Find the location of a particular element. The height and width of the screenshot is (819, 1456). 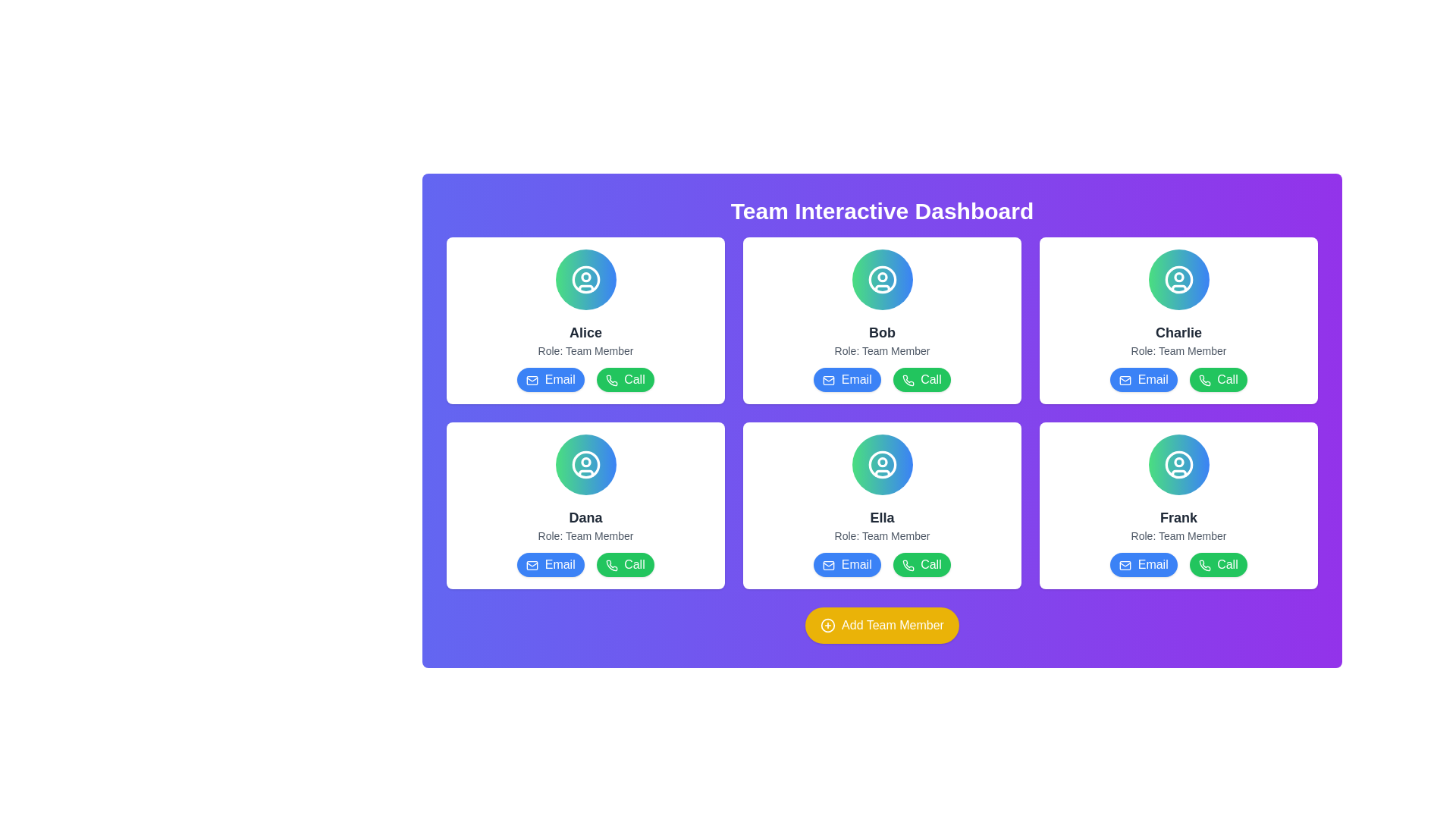

the small envelope-shaped icon located inside the 'Email' button, to the left of the 'Email' text, within the card representing the team member 'Charlie' in the upper right corner of the grid layout is located at coordinates (1125, 379).